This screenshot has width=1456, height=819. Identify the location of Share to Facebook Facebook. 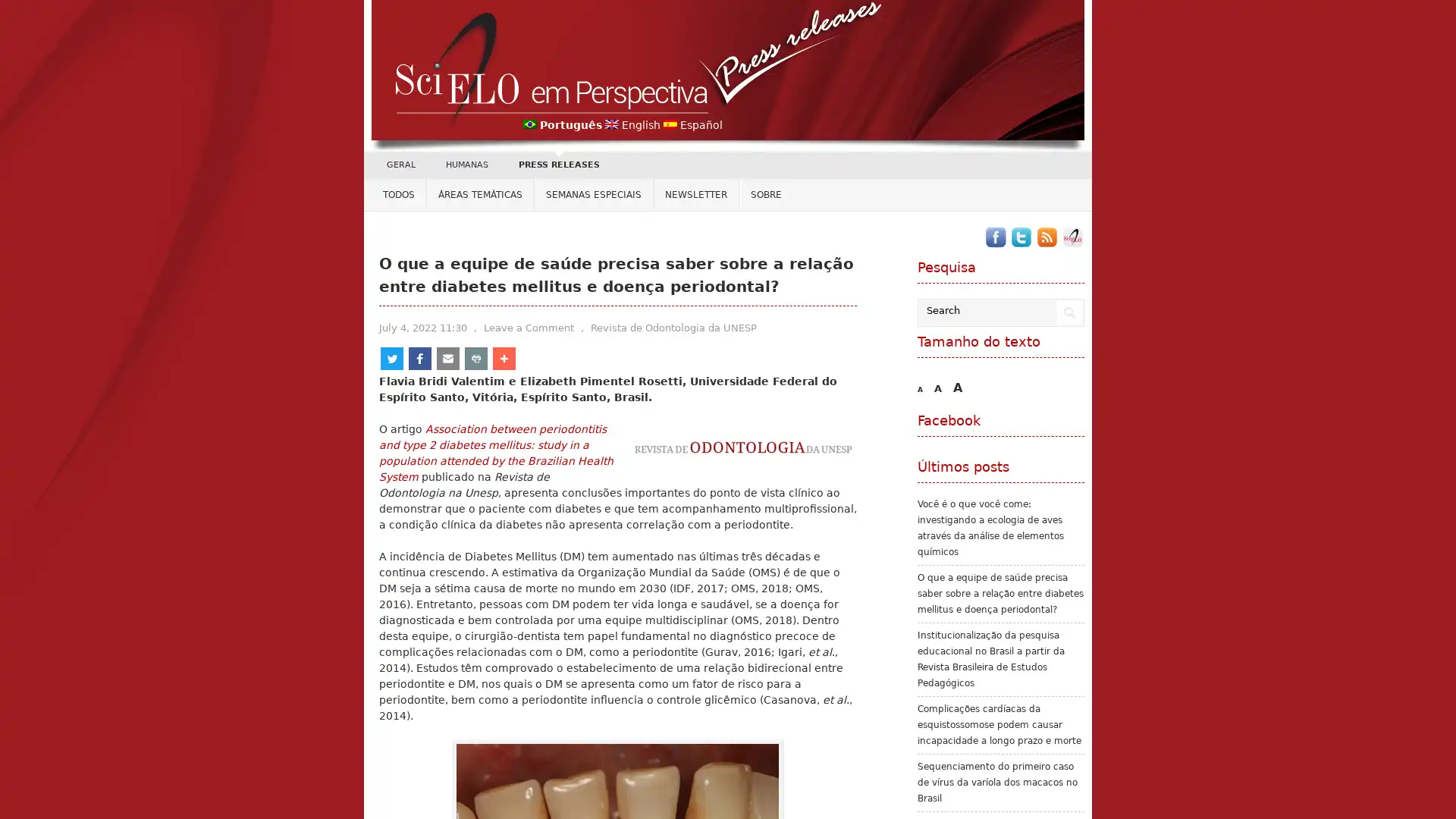
(488, 359).